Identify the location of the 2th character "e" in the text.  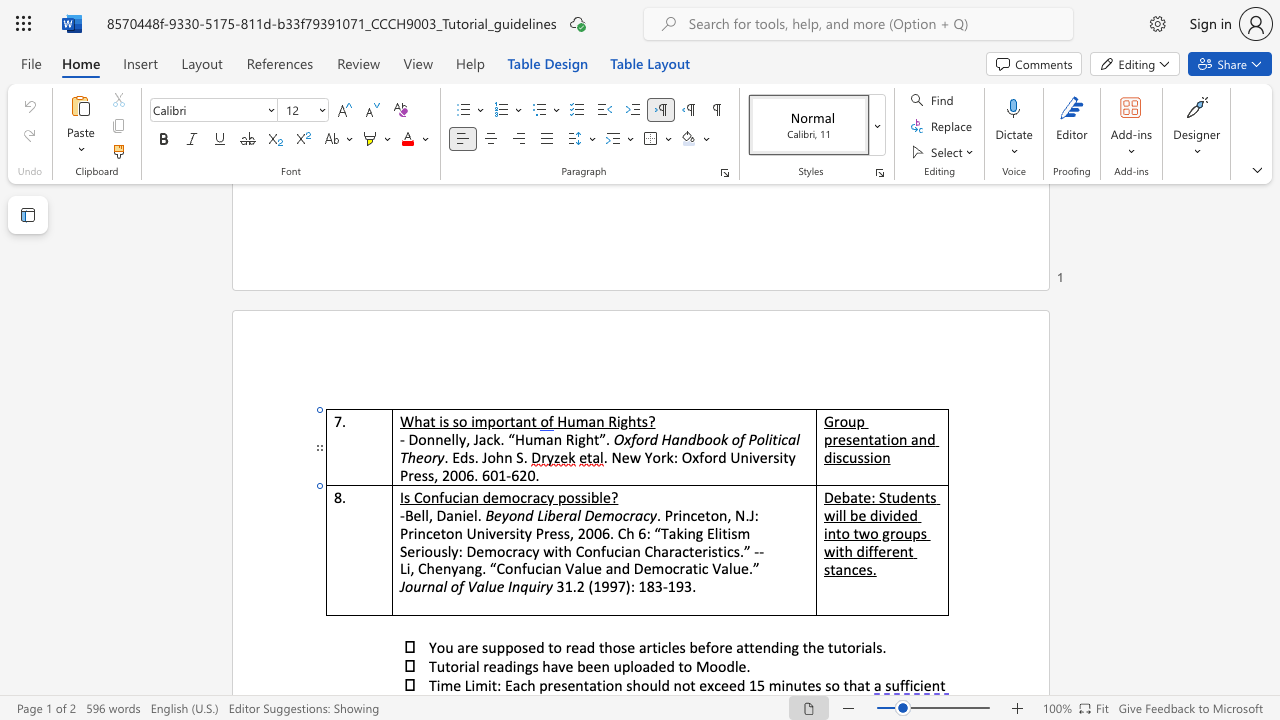
(856, 438).